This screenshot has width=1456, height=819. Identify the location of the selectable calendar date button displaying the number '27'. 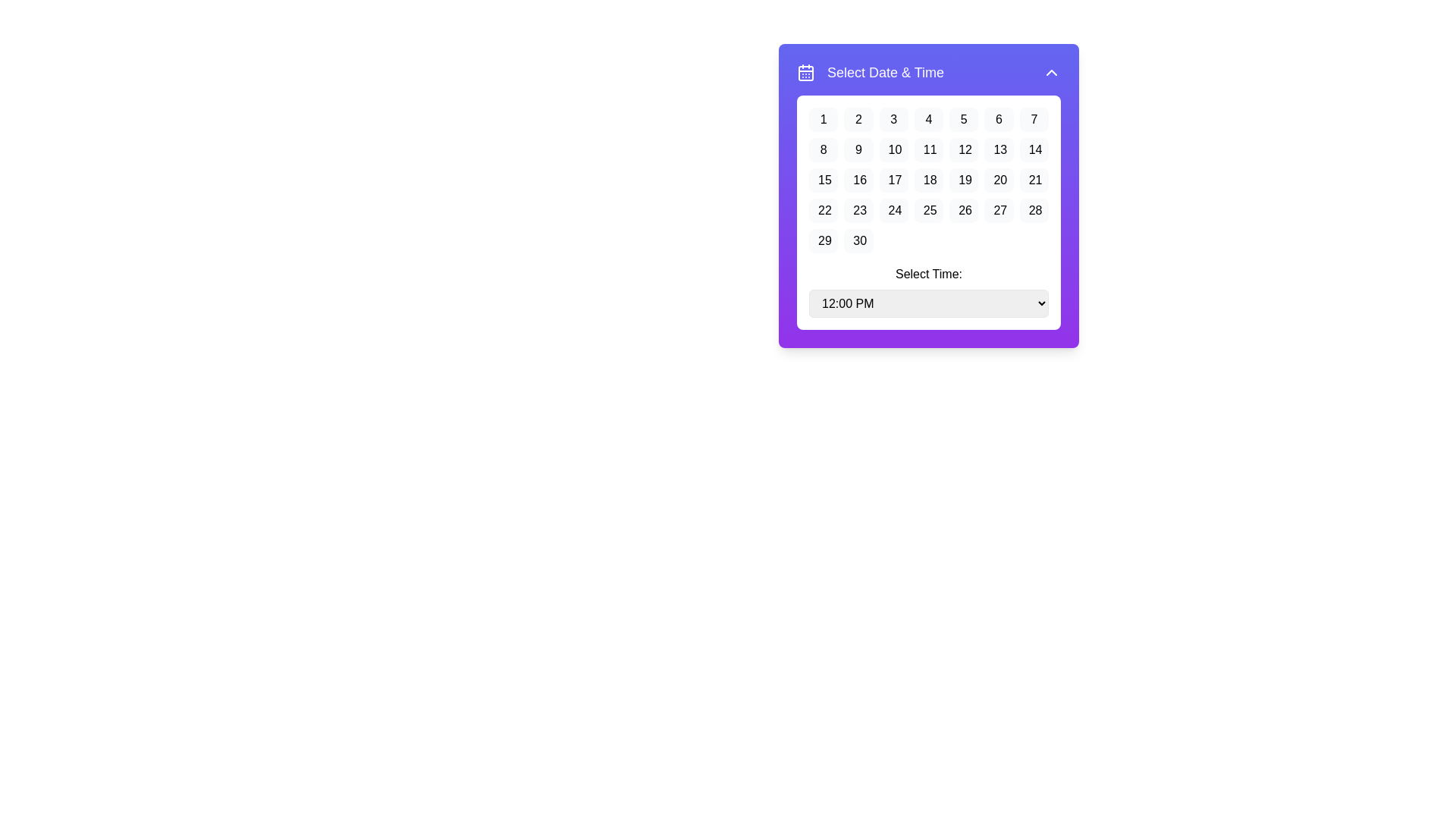
(999, 210).